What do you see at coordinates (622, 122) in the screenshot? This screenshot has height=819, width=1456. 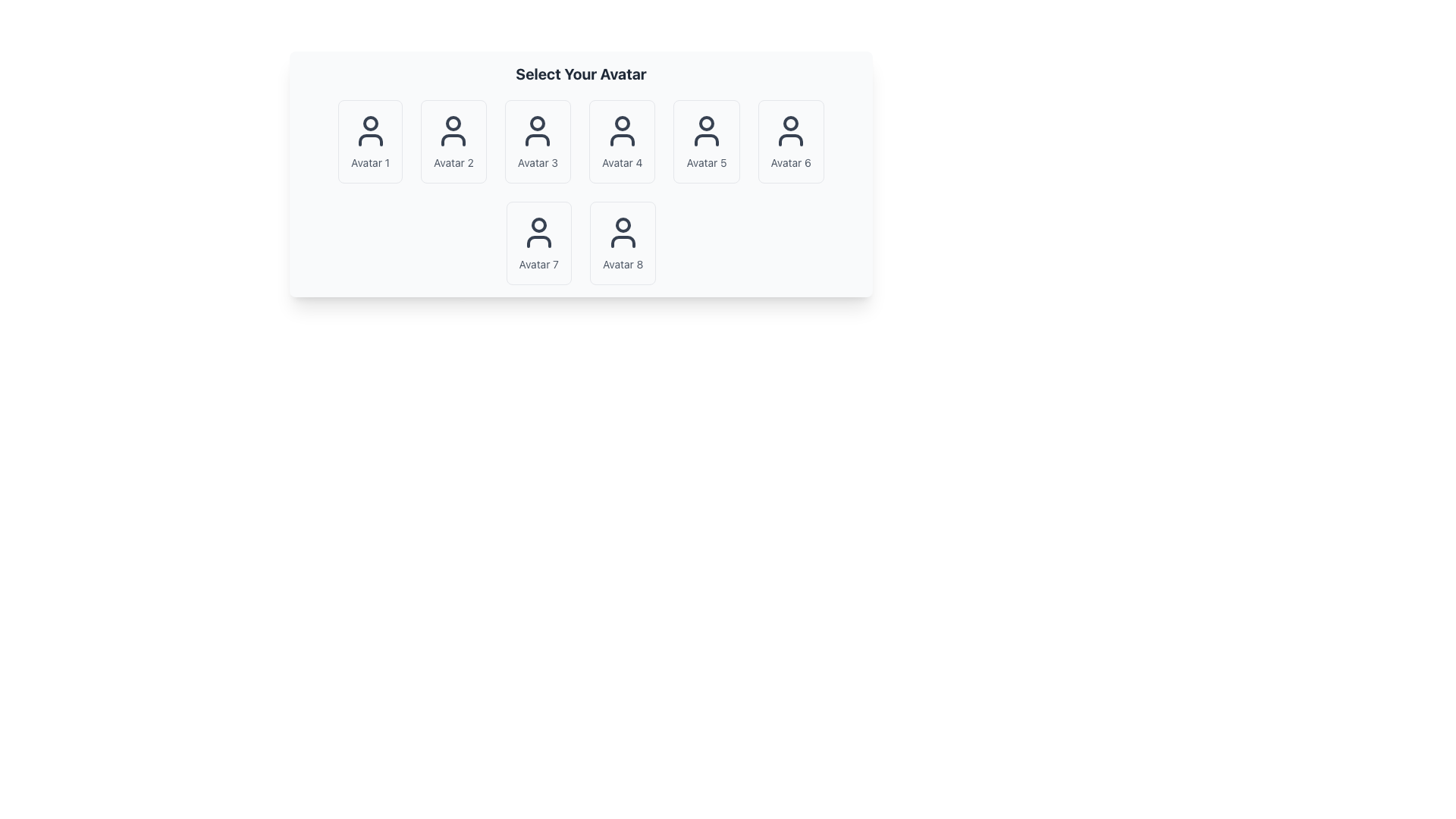 I see `the decorative SVG circle component located at the top-center section of the fourth avatar icon labeled 'Avatar 4' in the avatar selection grid` at bounding box center [622, 122].